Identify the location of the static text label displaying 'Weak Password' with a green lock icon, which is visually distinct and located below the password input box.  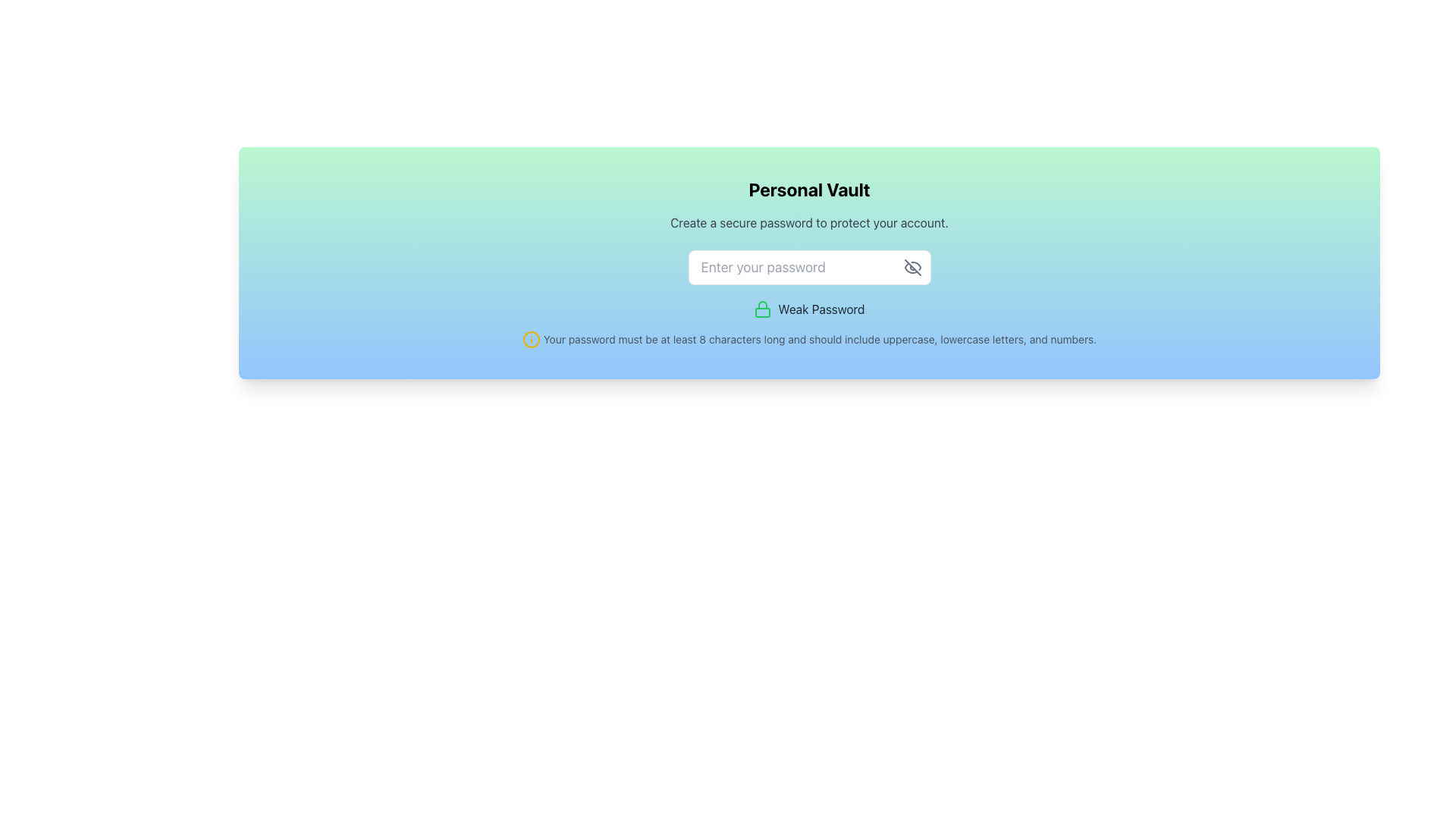
(808, 309).